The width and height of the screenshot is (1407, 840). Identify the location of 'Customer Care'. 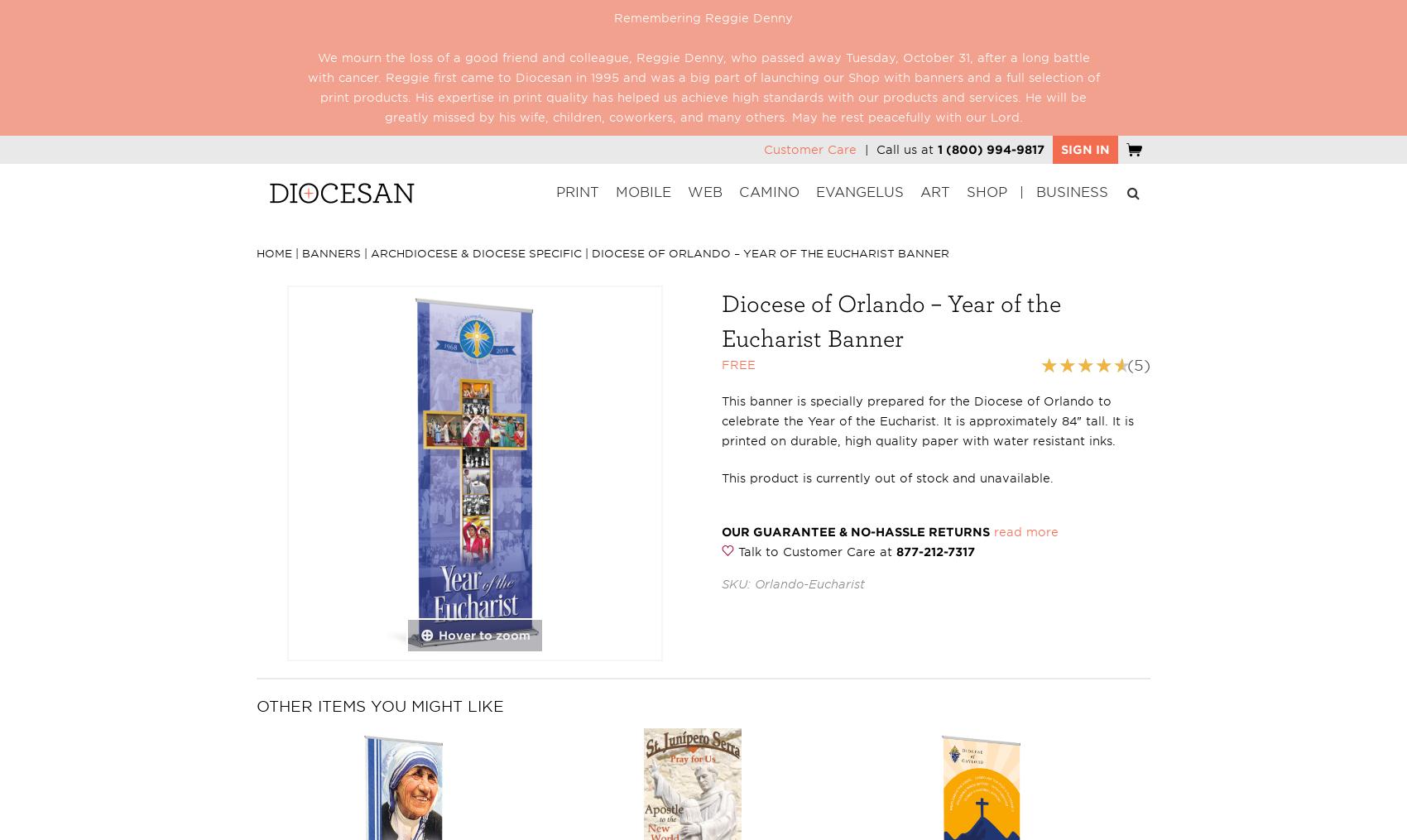
(809, 148).